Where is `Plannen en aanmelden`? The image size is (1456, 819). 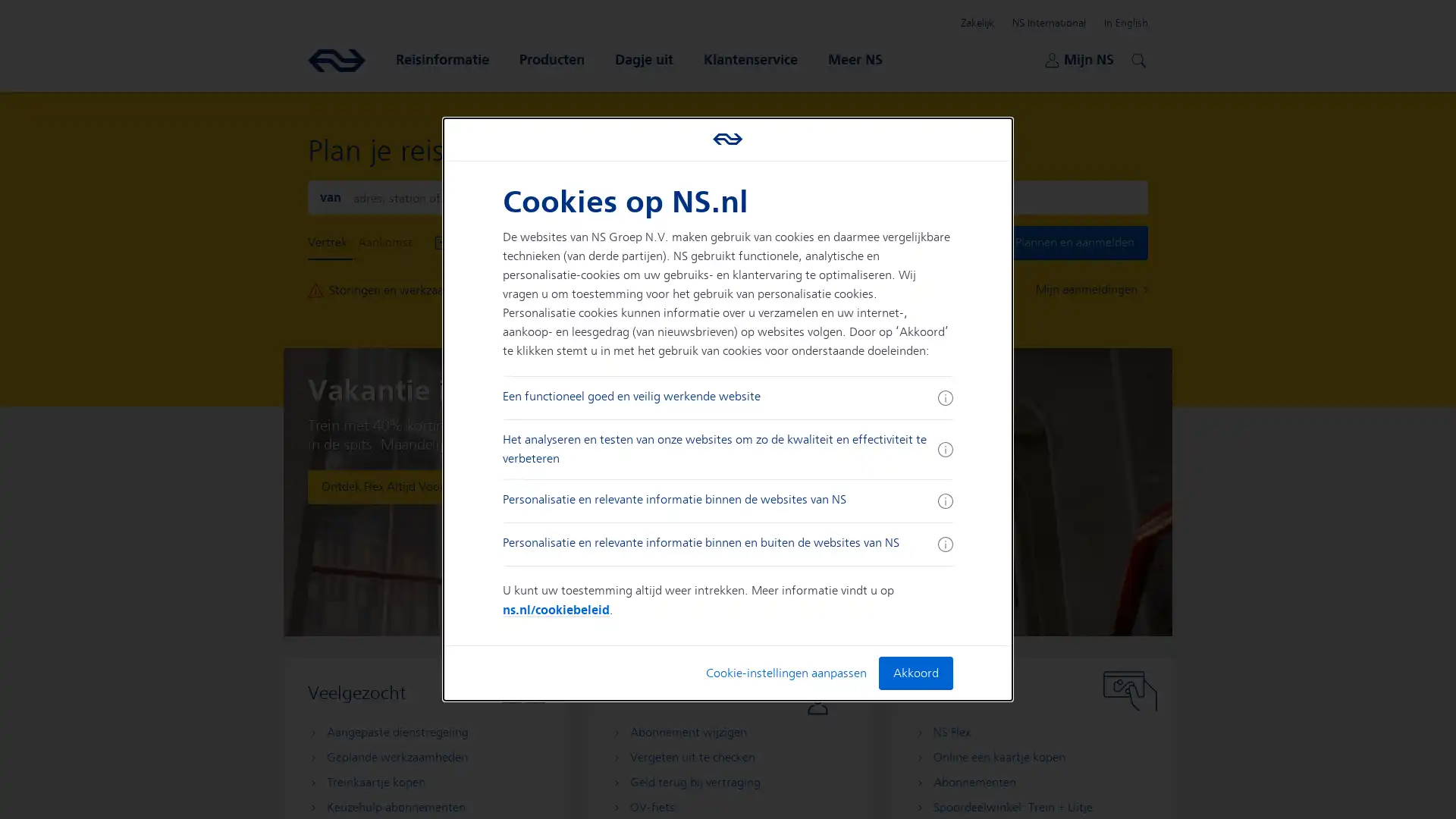
Plannen en aanmelden is located at coordinates (1074, 242).